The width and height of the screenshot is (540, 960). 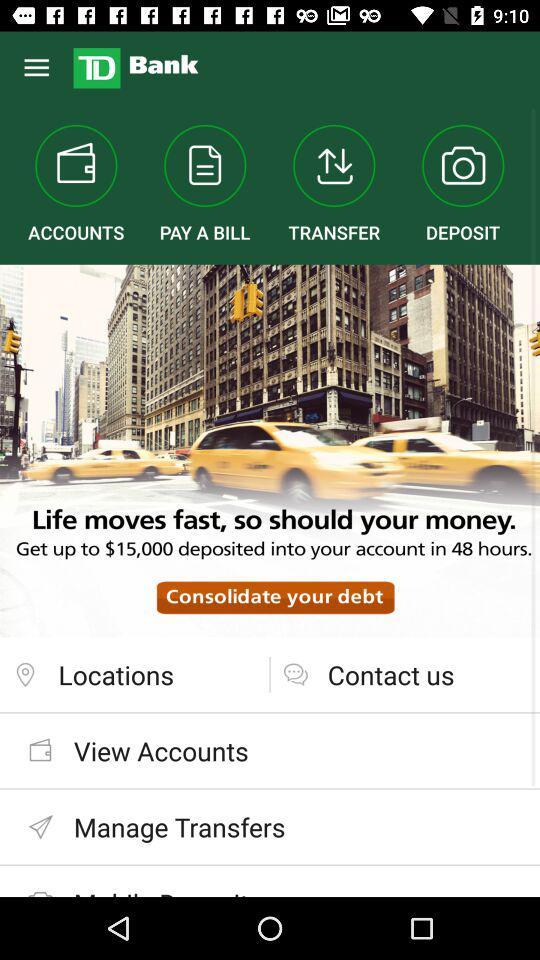 I want to click on the icon below manage transfers, so click(x=270, y=880).